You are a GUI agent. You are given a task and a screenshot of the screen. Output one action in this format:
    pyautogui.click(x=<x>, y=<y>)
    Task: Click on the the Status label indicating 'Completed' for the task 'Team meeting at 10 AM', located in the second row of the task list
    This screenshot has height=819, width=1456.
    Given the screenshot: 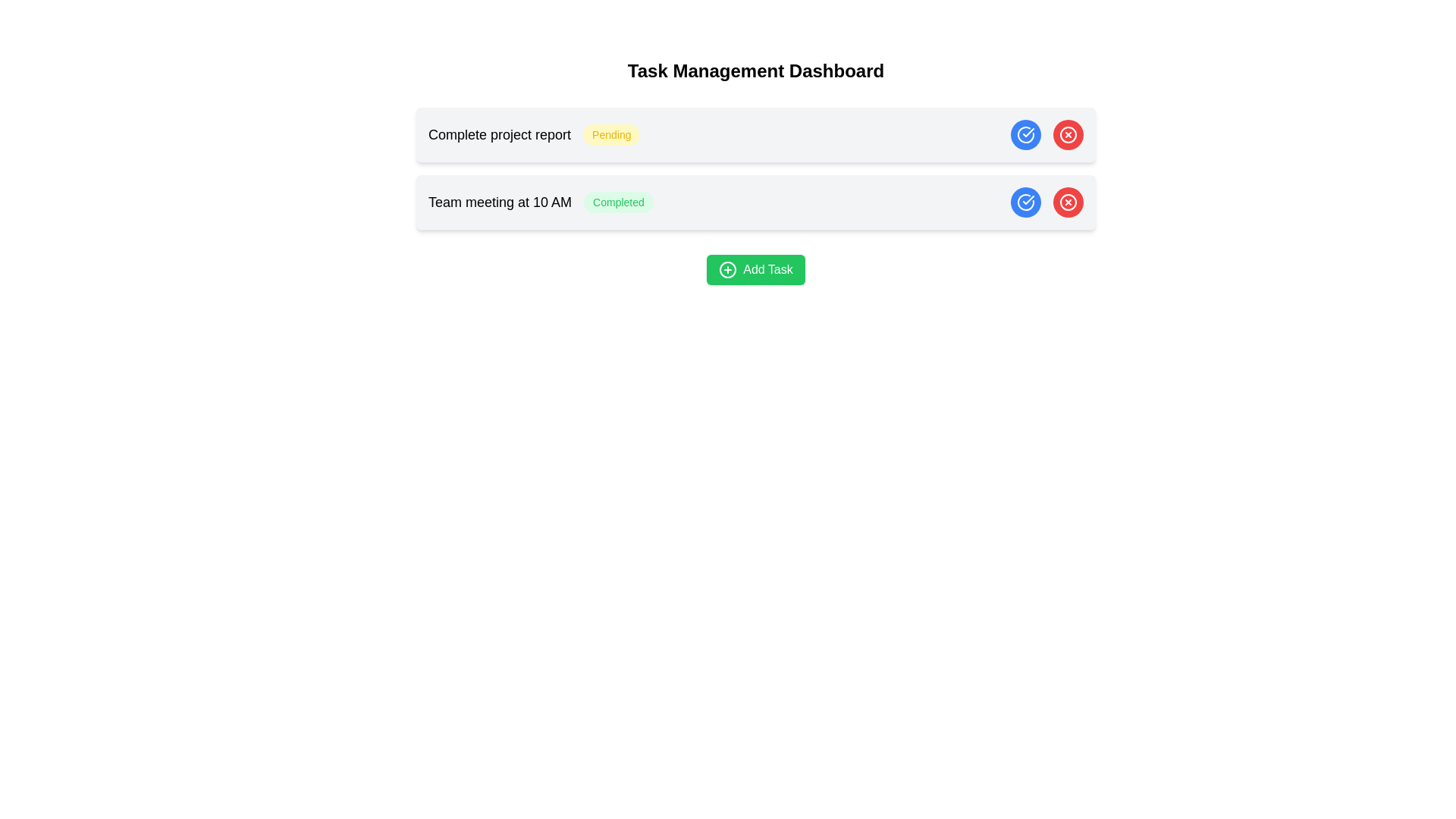 What is the action you would take?
    pyautogui.click(x=619, y=201)
    